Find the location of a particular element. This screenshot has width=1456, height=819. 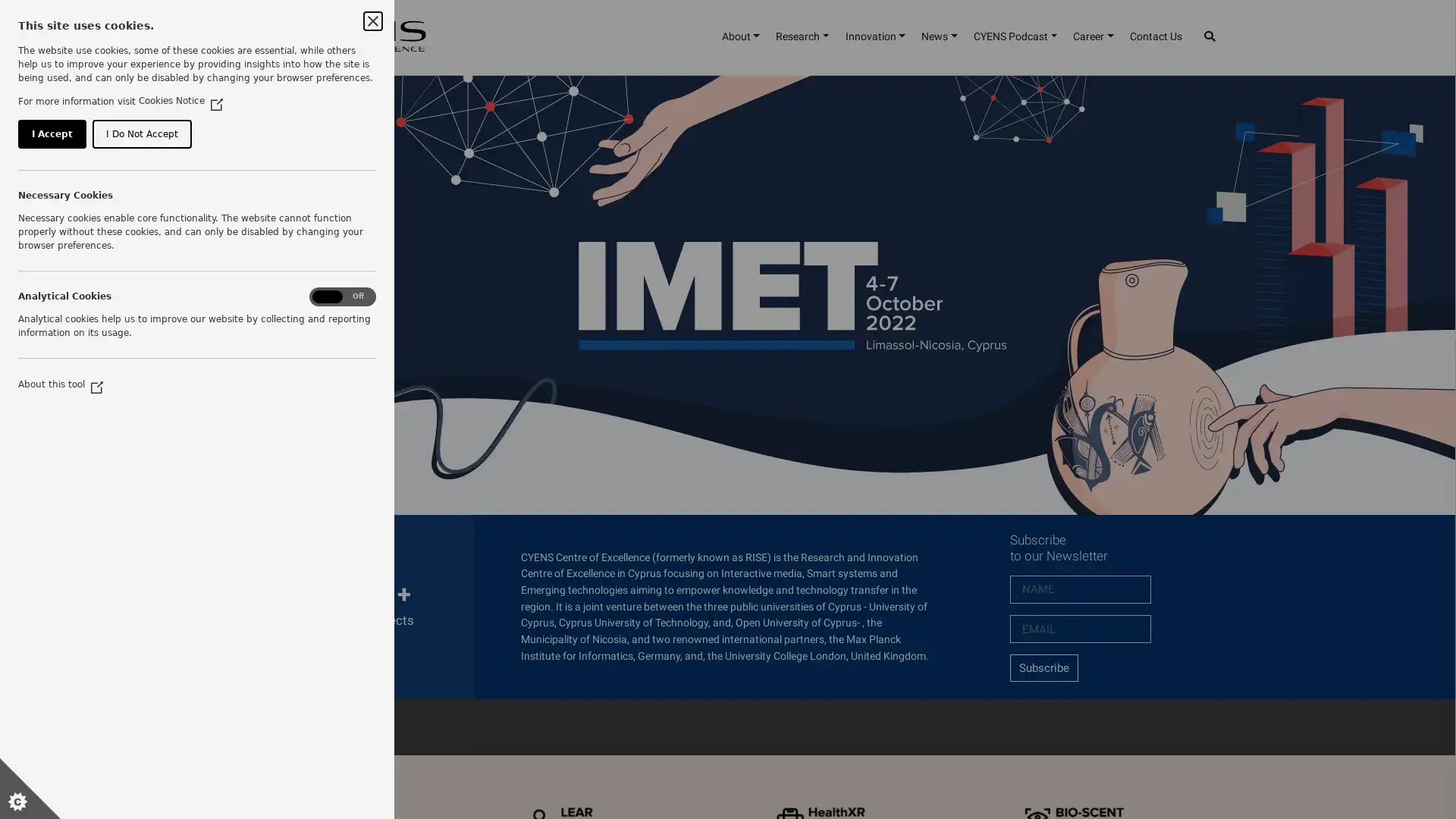

Subscribe is located at coordinates (1043, 667).